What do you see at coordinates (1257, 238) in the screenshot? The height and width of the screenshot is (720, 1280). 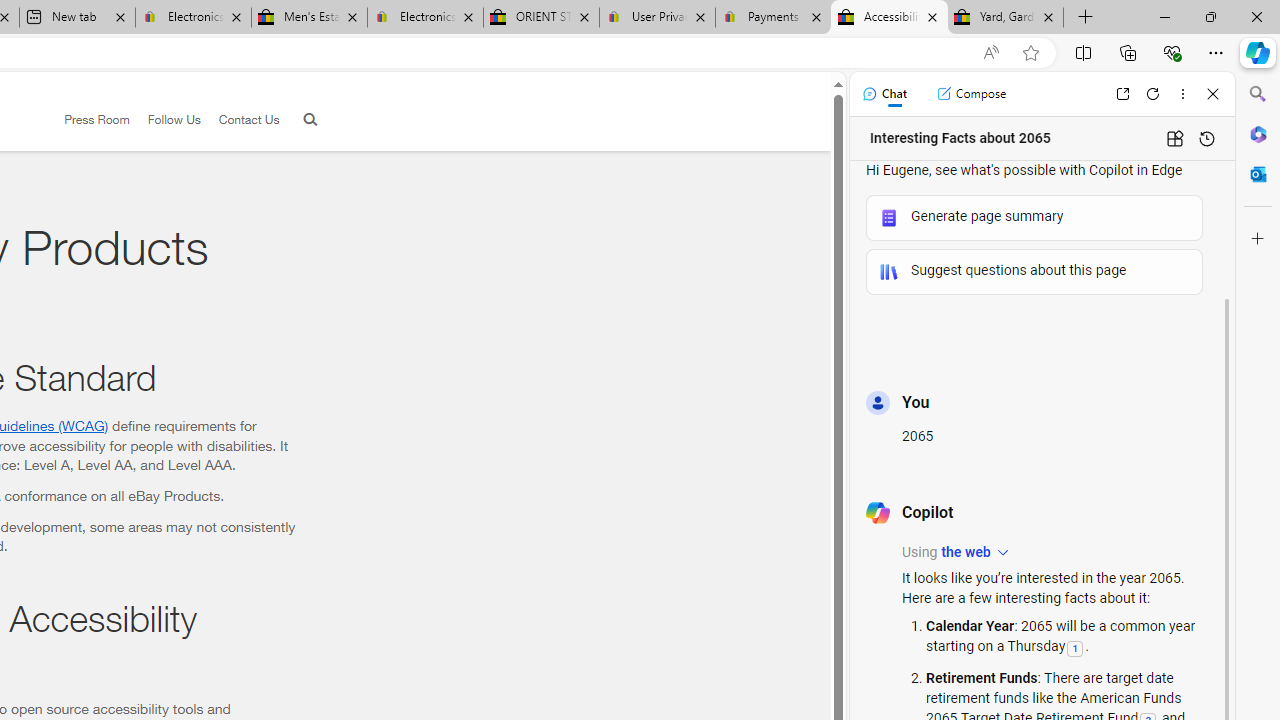 I see `'Customize'` at bounding box center [1257, 238].